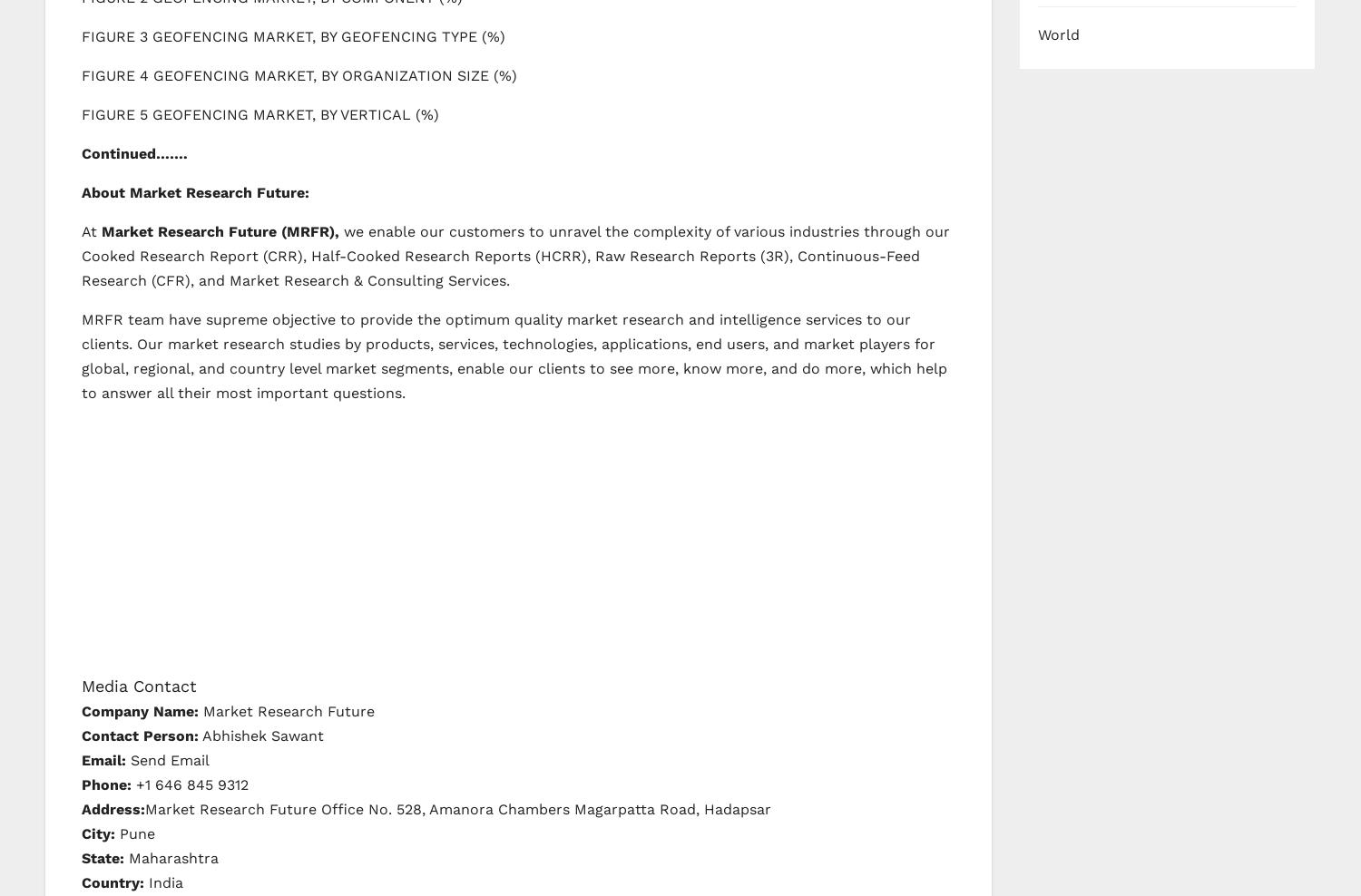 The height and width of the screenshot is (896, 1361). I want to click on 'About Market Research Future:', so click(194, 191).